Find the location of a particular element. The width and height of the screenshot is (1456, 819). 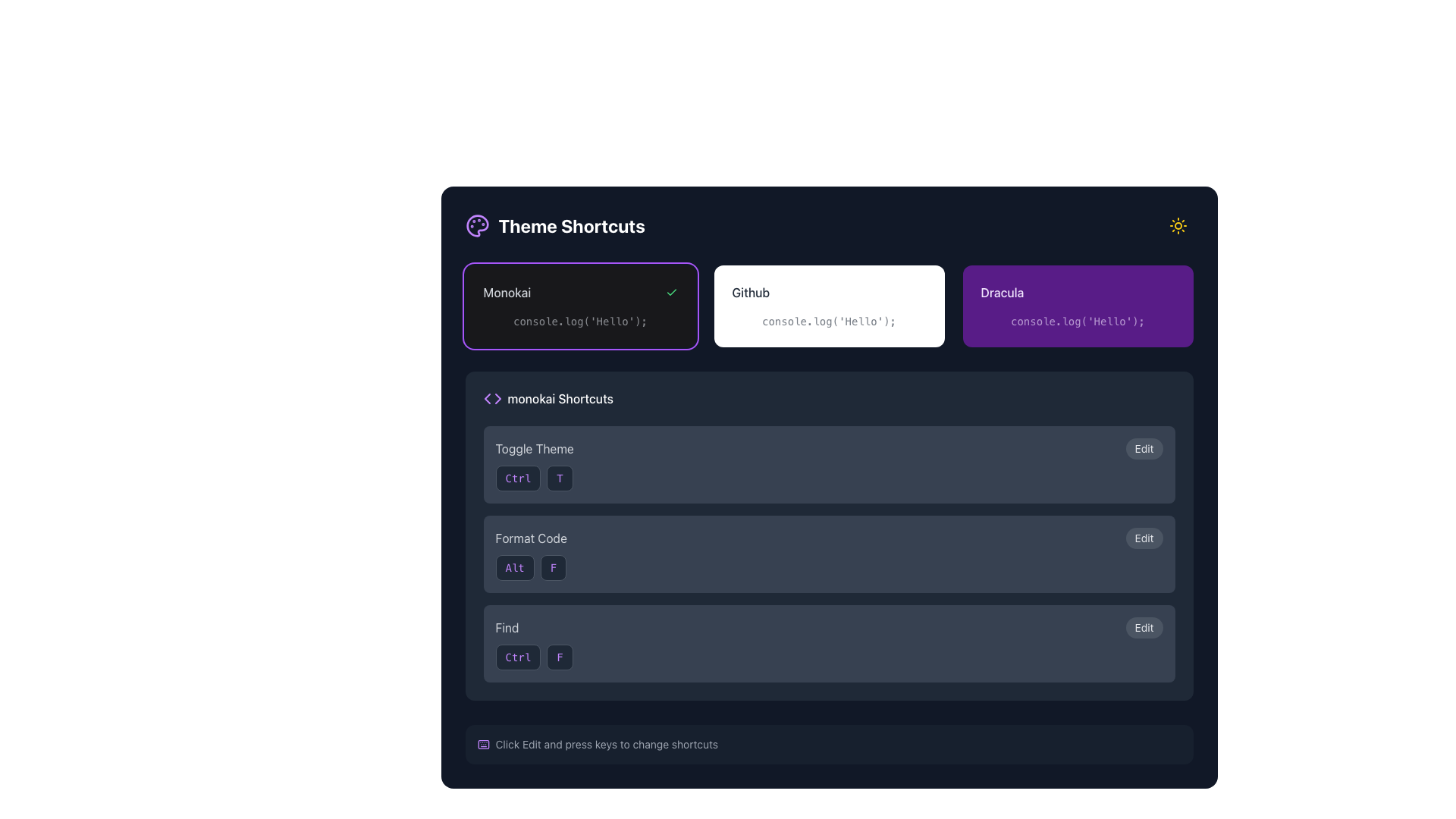

the purple SVG icon resembling code brackets '<>' located in front of the text 'monokai Shortcuts' is located at coordinates (492, 397).